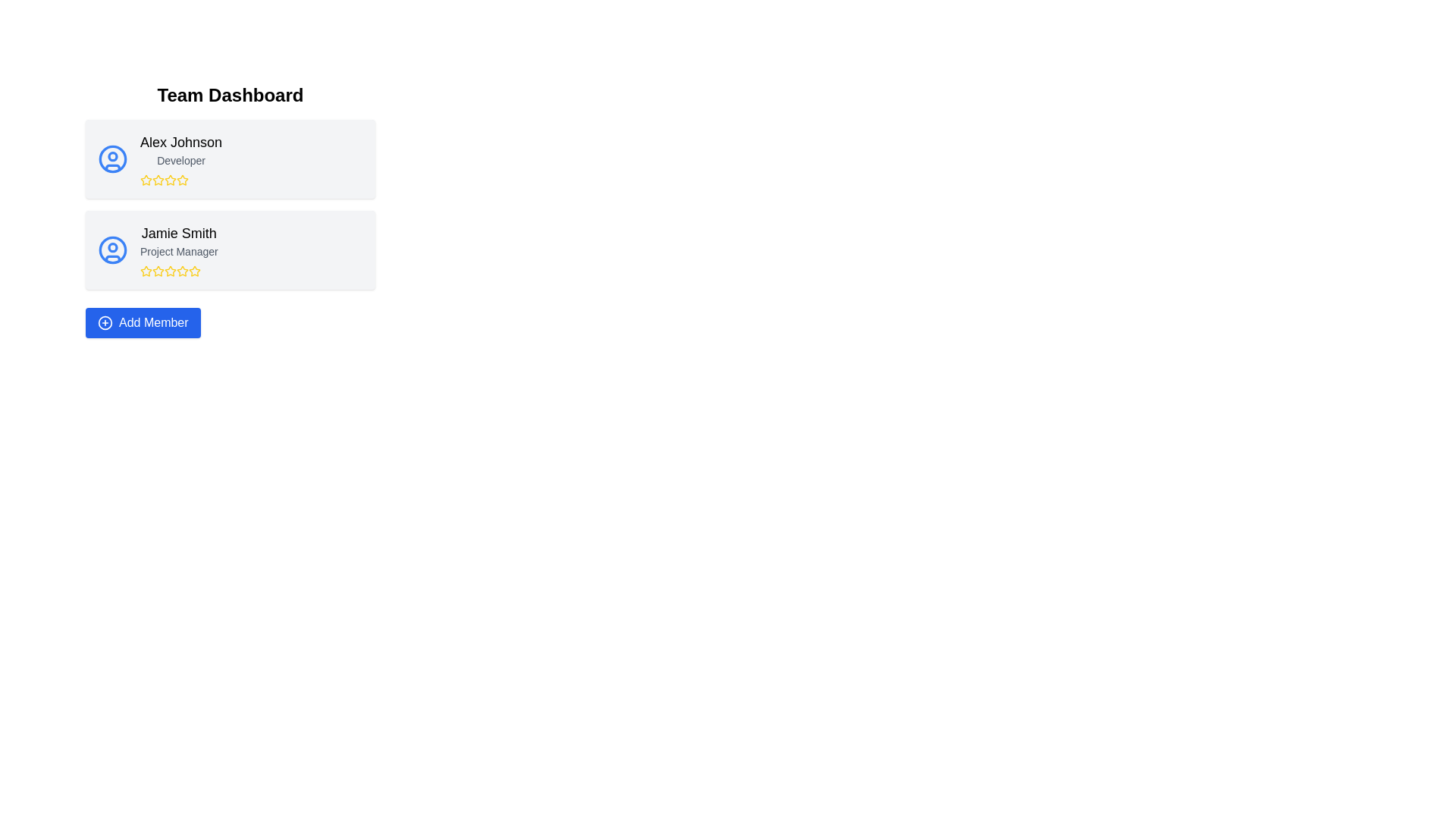 This screenshot has height=819, width=1456. What do you see at coordinates (158, 179) in the screenshot?
I see `the second star` at bounding box center [158, 179].